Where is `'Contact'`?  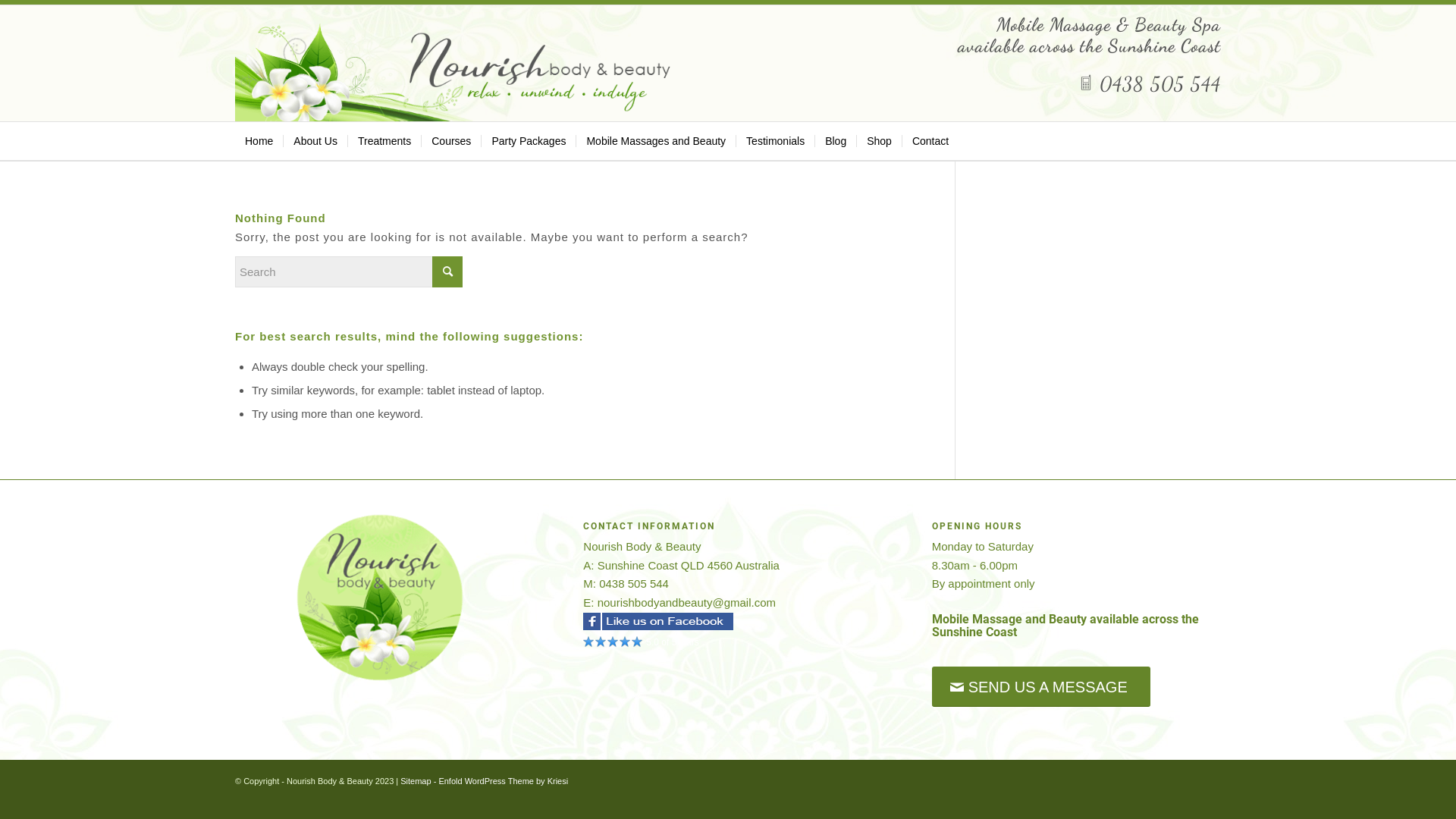 'Contact' is located at coordinates (929, 140).